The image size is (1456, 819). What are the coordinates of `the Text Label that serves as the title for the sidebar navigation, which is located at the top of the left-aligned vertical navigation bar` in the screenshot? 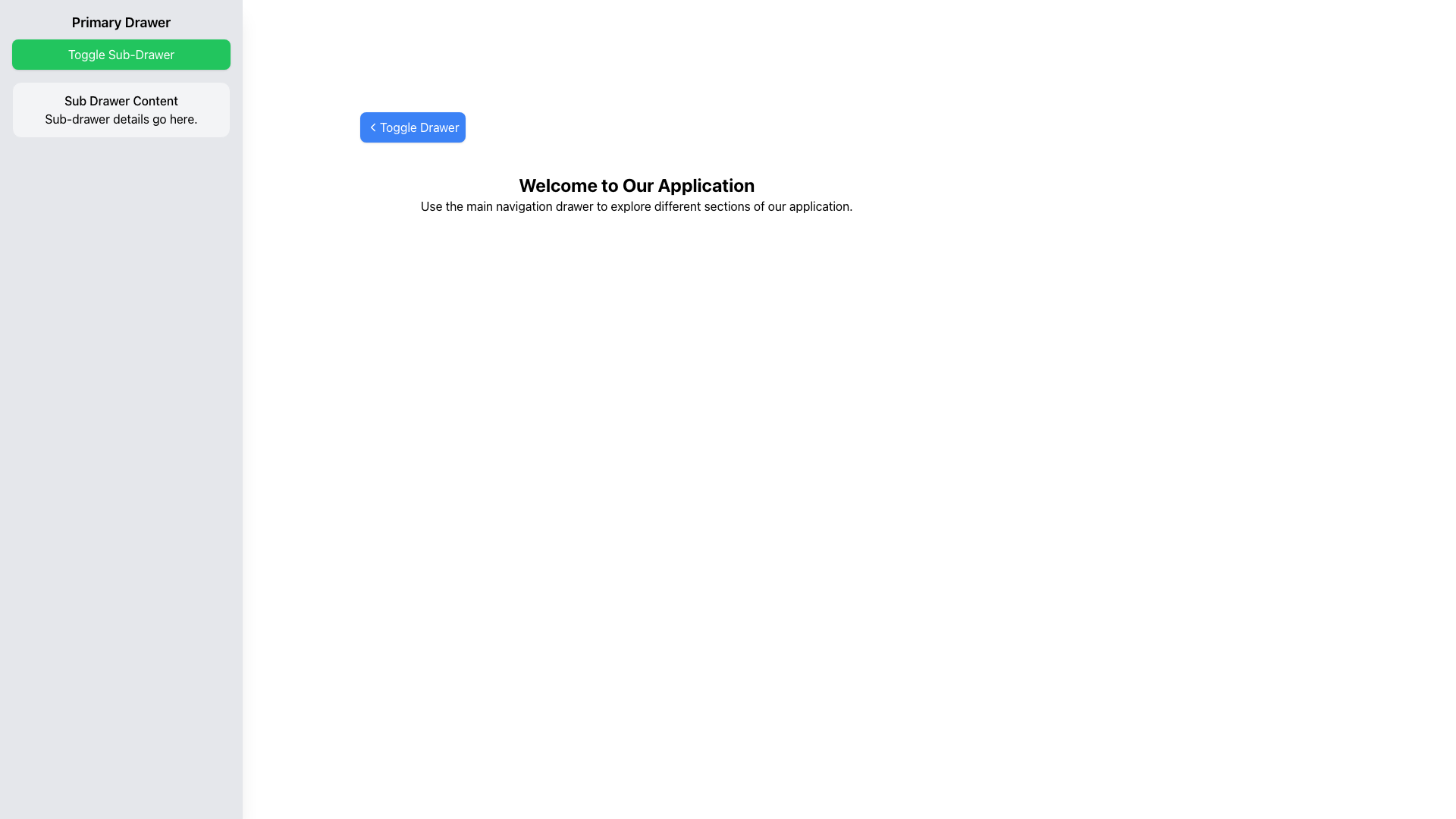 It's located at (120, 23).